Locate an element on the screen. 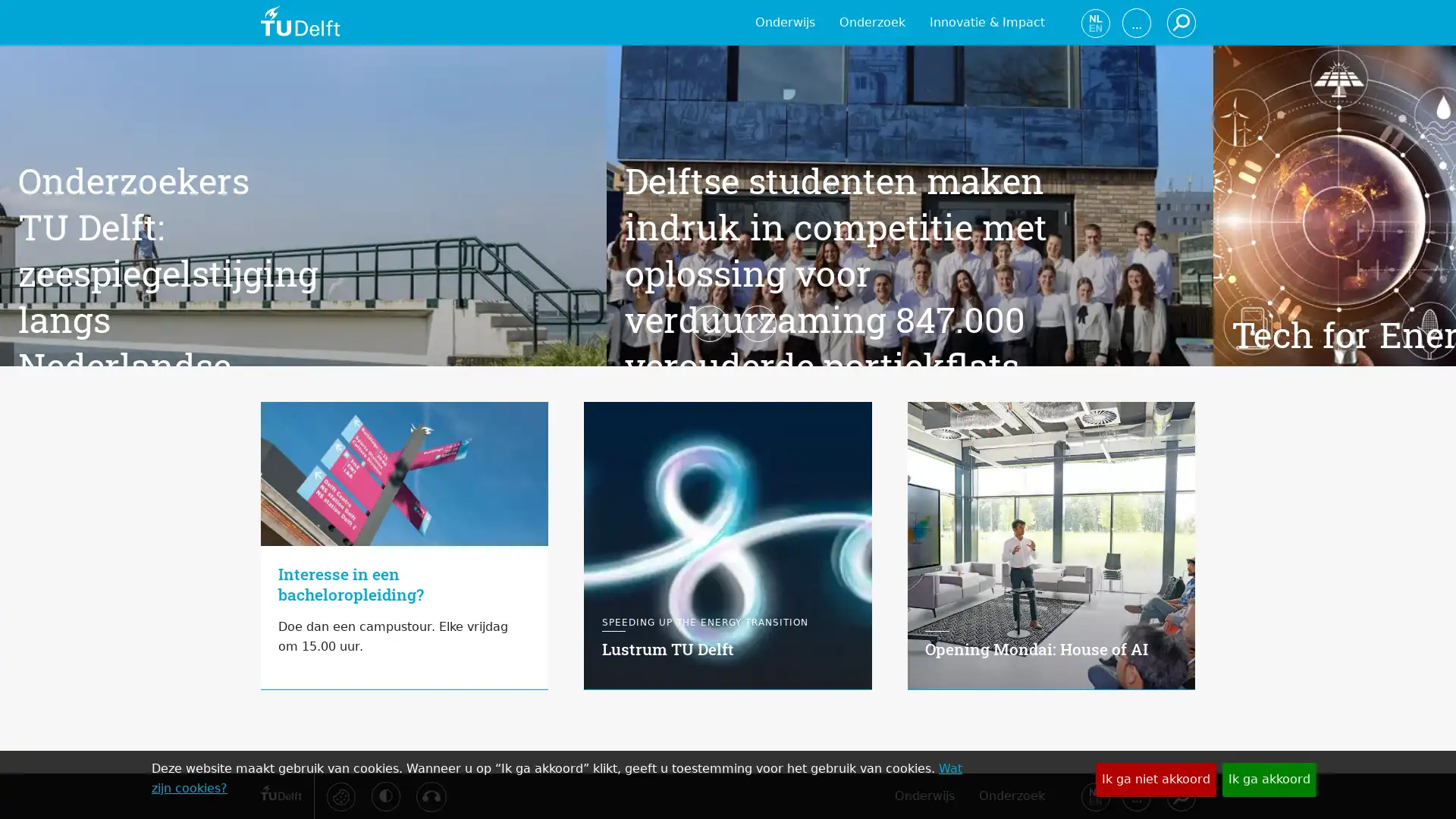 This screenshot has width=1456, height=819. Ga naar vorig item is located at coordinates (236, 409).